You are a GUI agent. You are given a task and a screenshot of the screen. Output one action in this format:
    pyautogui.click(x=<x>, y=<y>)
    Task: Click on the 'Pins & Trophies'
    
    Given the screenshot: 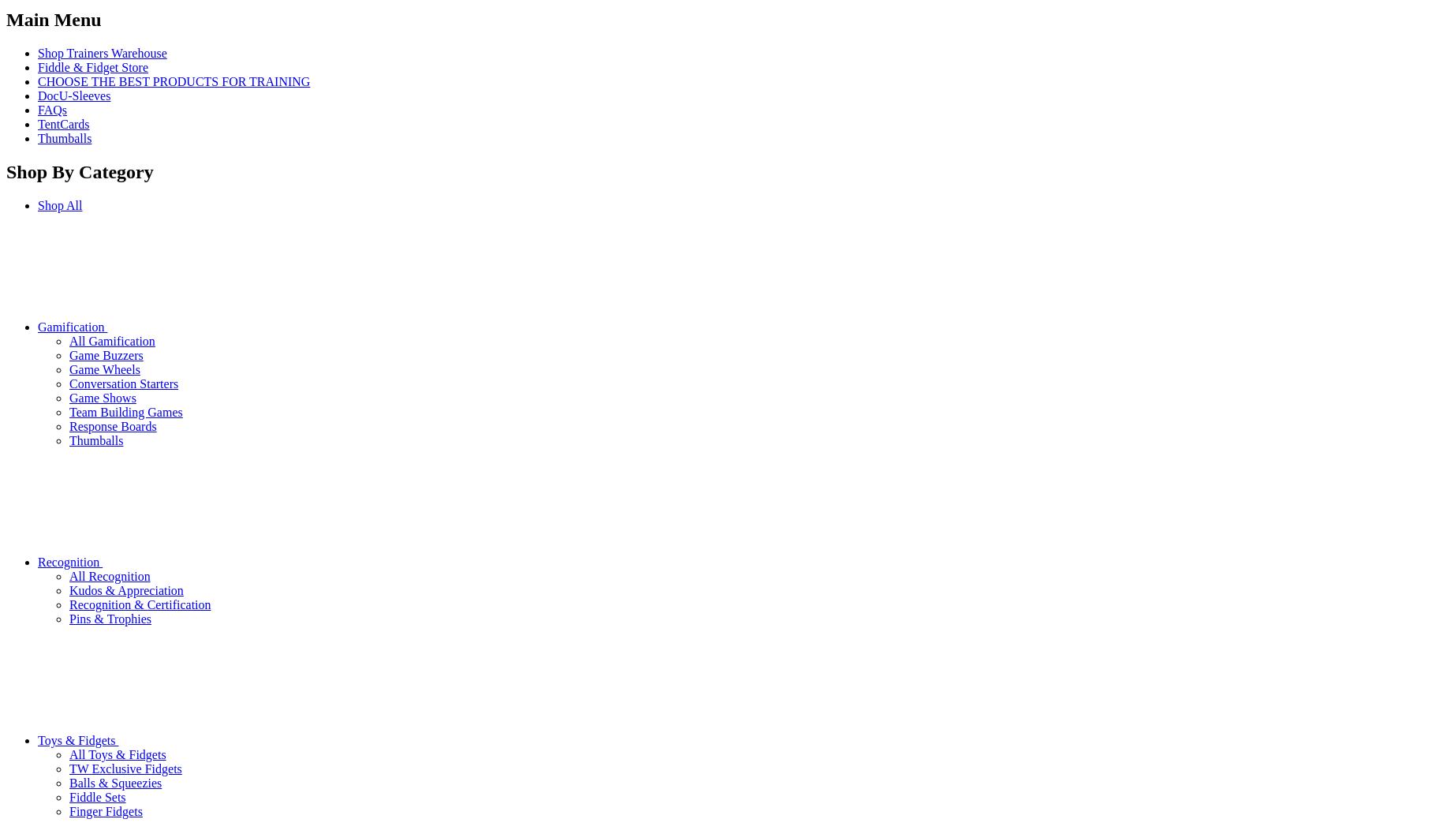 What is the action you would take?
    pyautogui.click(x=110, y=618)
    